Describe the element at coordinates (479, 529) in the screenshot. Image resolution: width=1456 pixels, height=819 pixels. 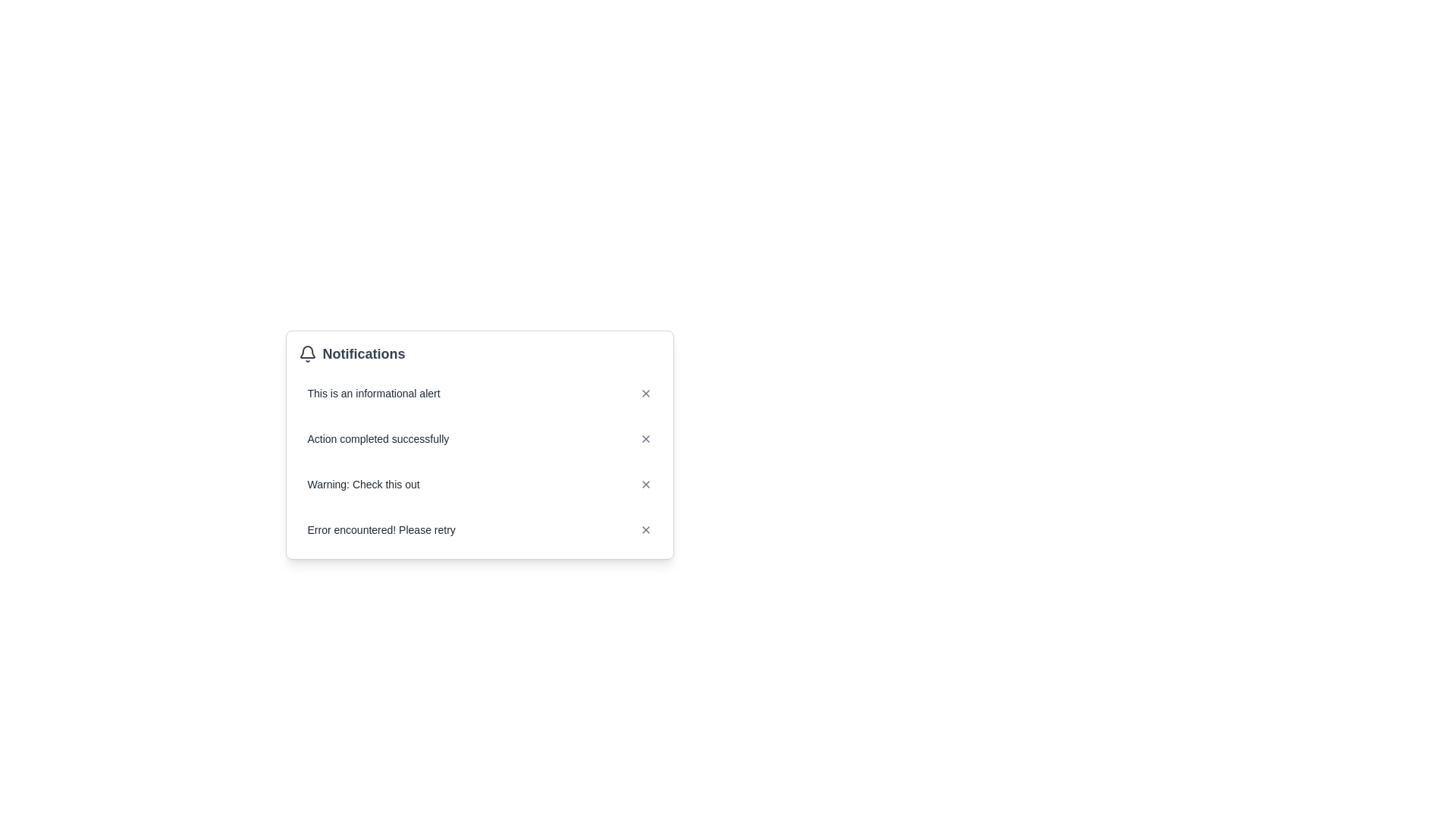
I see `the Notification Box, which serves as an error notification at the bottom of the notification section` at that location.